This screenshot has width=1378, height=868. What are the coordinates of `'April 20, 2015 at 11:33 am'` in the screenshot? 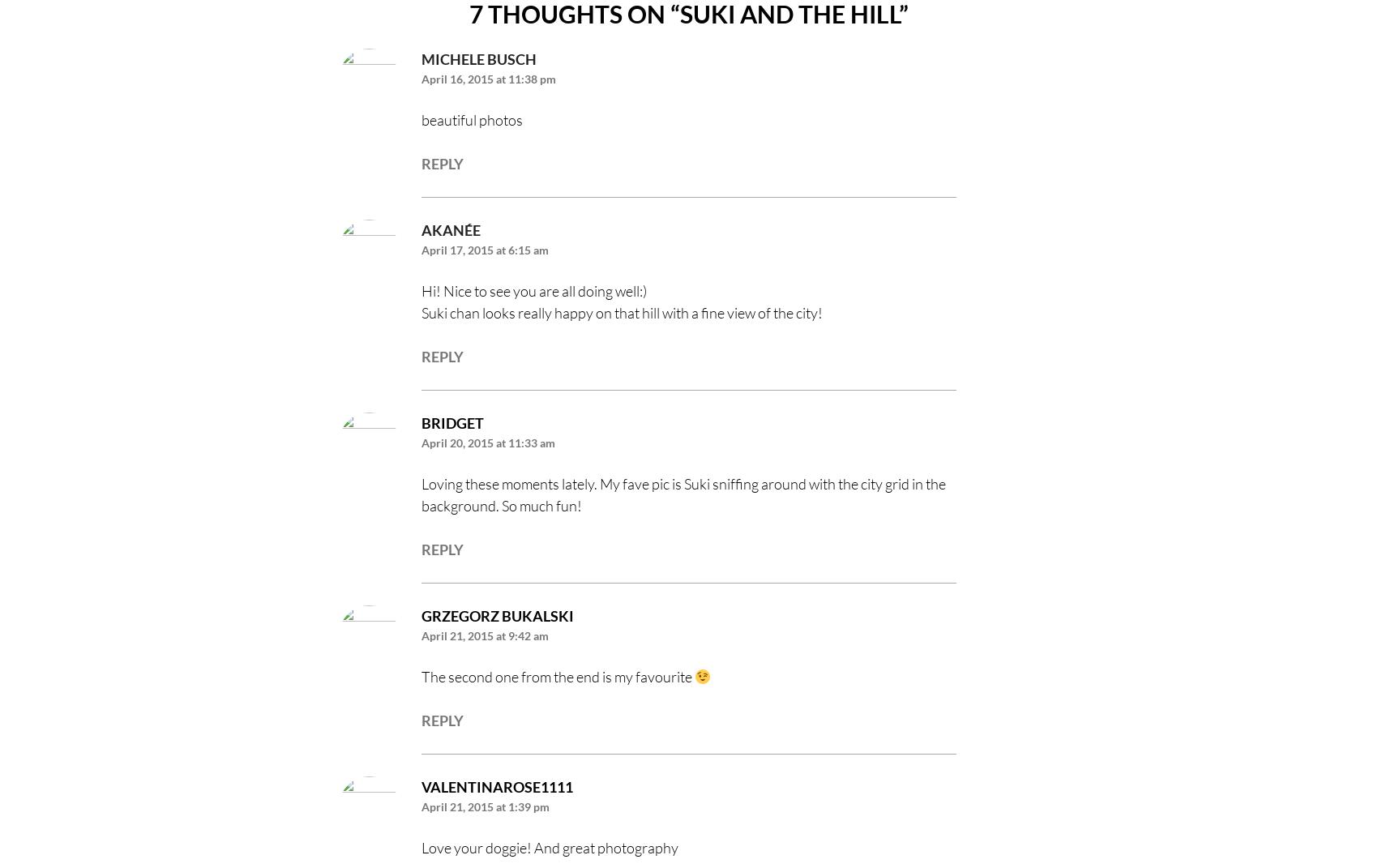 It's located at (487, 443).